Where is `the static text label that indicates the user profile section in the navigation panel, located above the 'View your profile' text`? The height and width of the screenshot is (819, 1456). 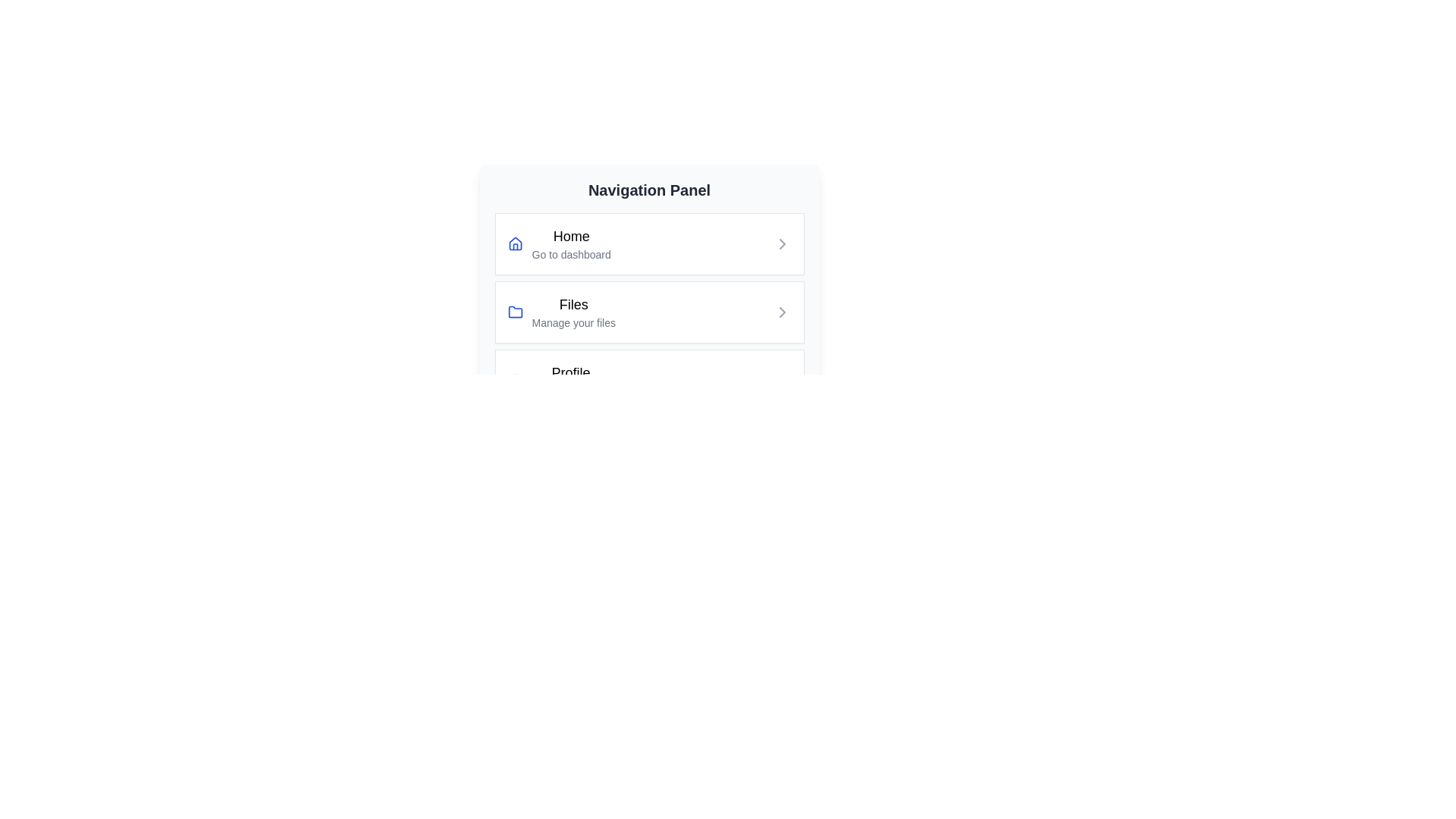
the static text label that indicates the user profile section in the navigation panel, located above the 'View your profile' text is located at coordinates (570, 373).